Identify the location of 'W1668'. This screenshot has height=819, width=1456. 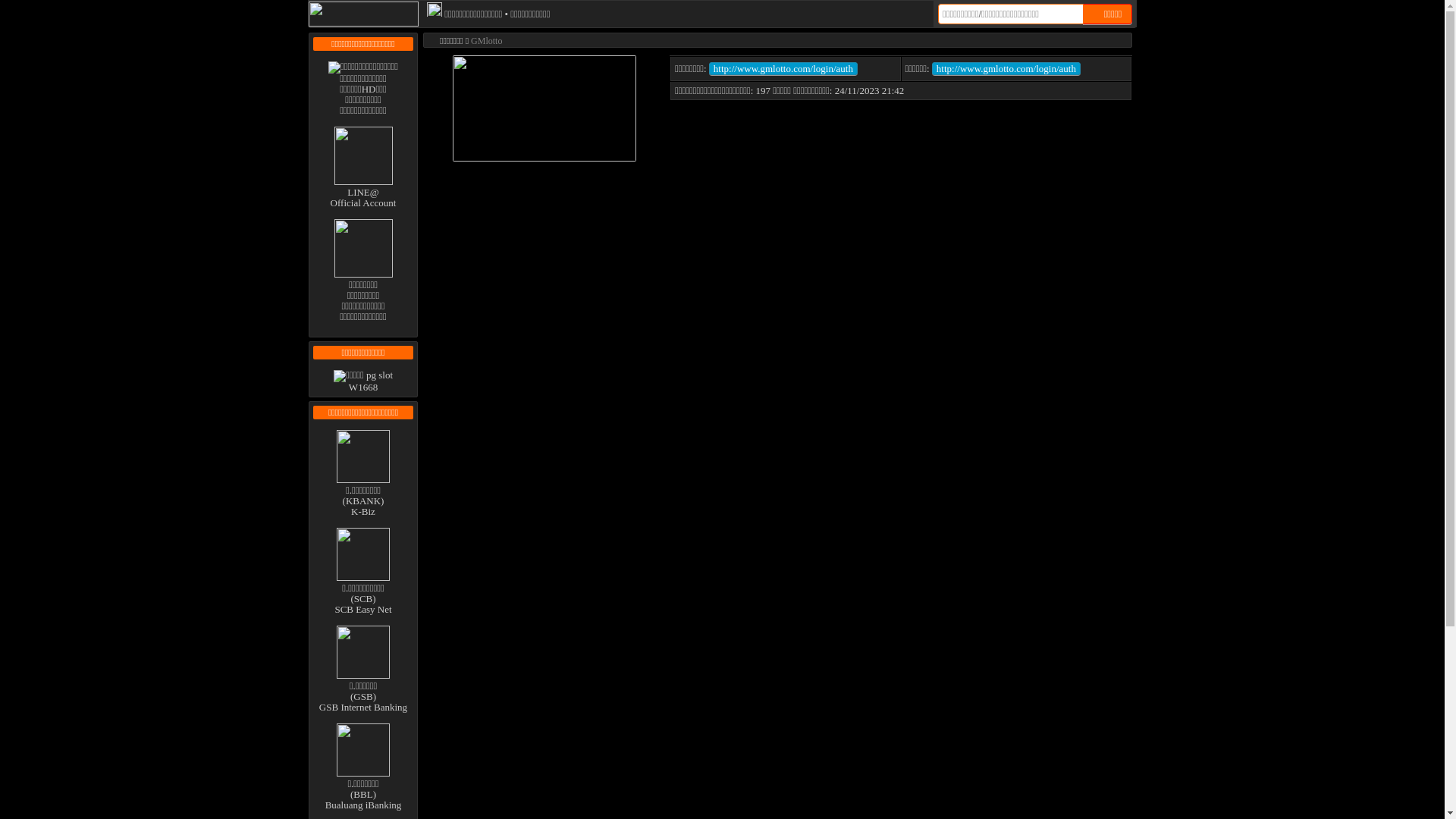
(362, 380).